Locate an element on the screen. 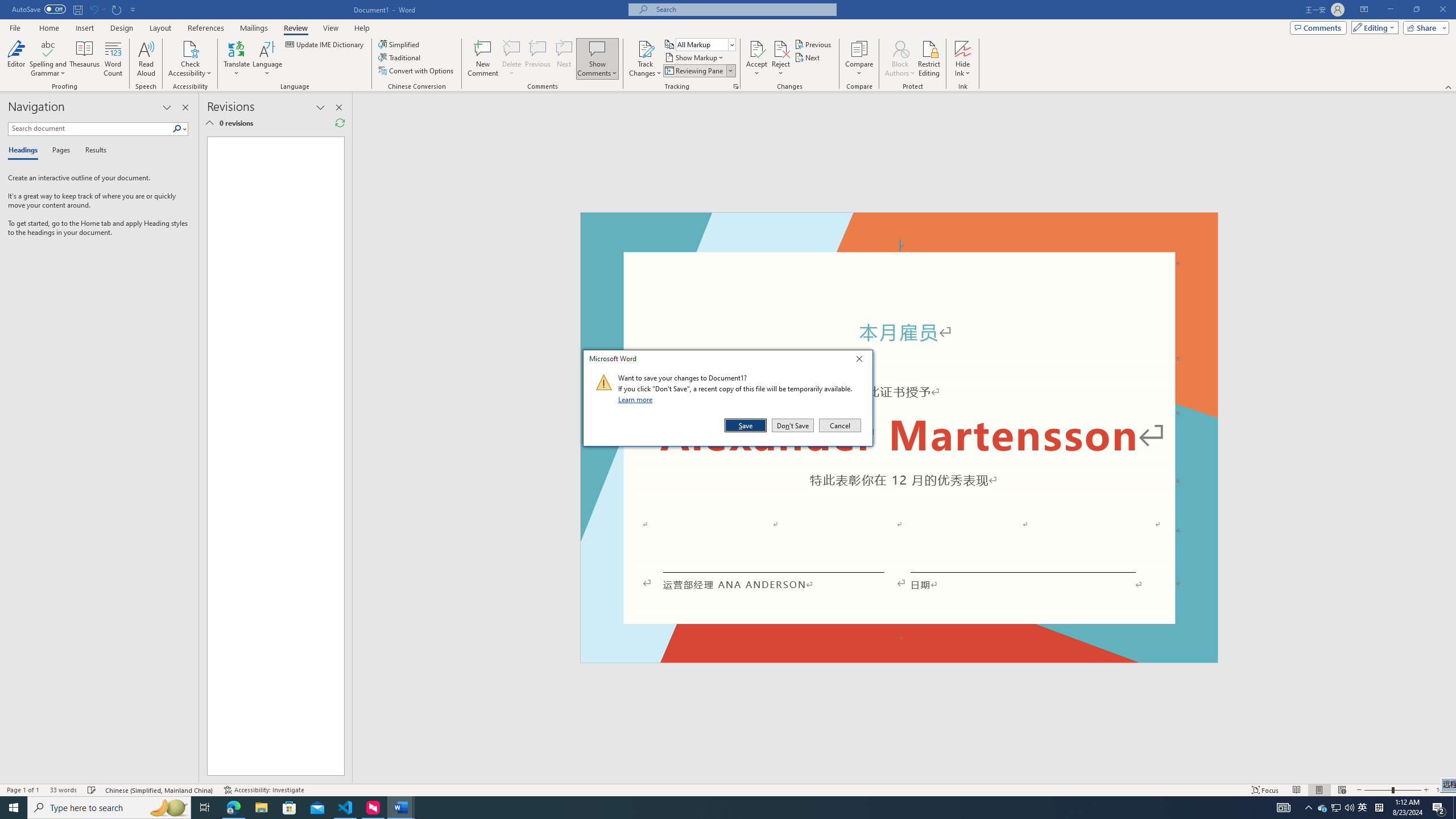 The image size is (1456, 819). 'Class: NetUIScrollBar' is located at coordinates (1451, 437).